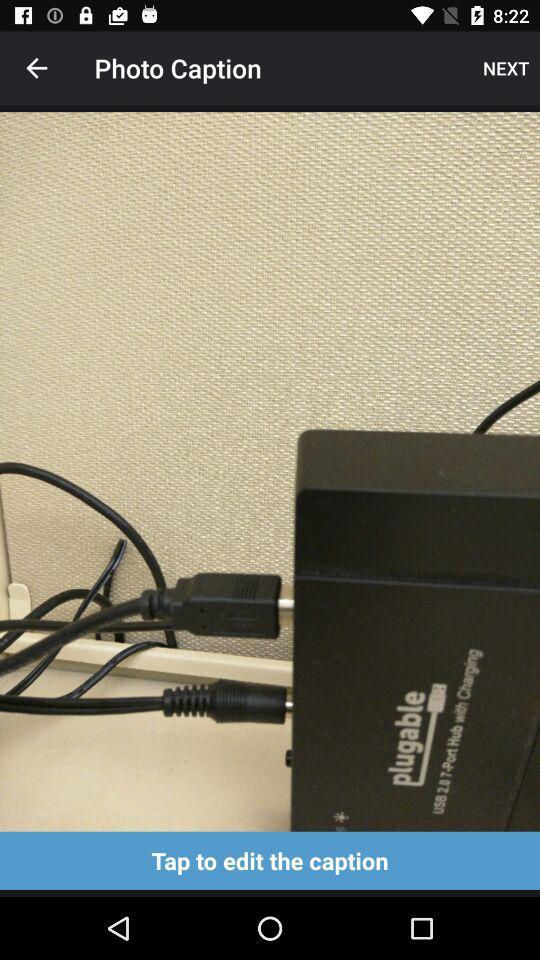 The height and width of the screenshot is (960, 540). I want to click on to edit the caption, so click(270, 859).